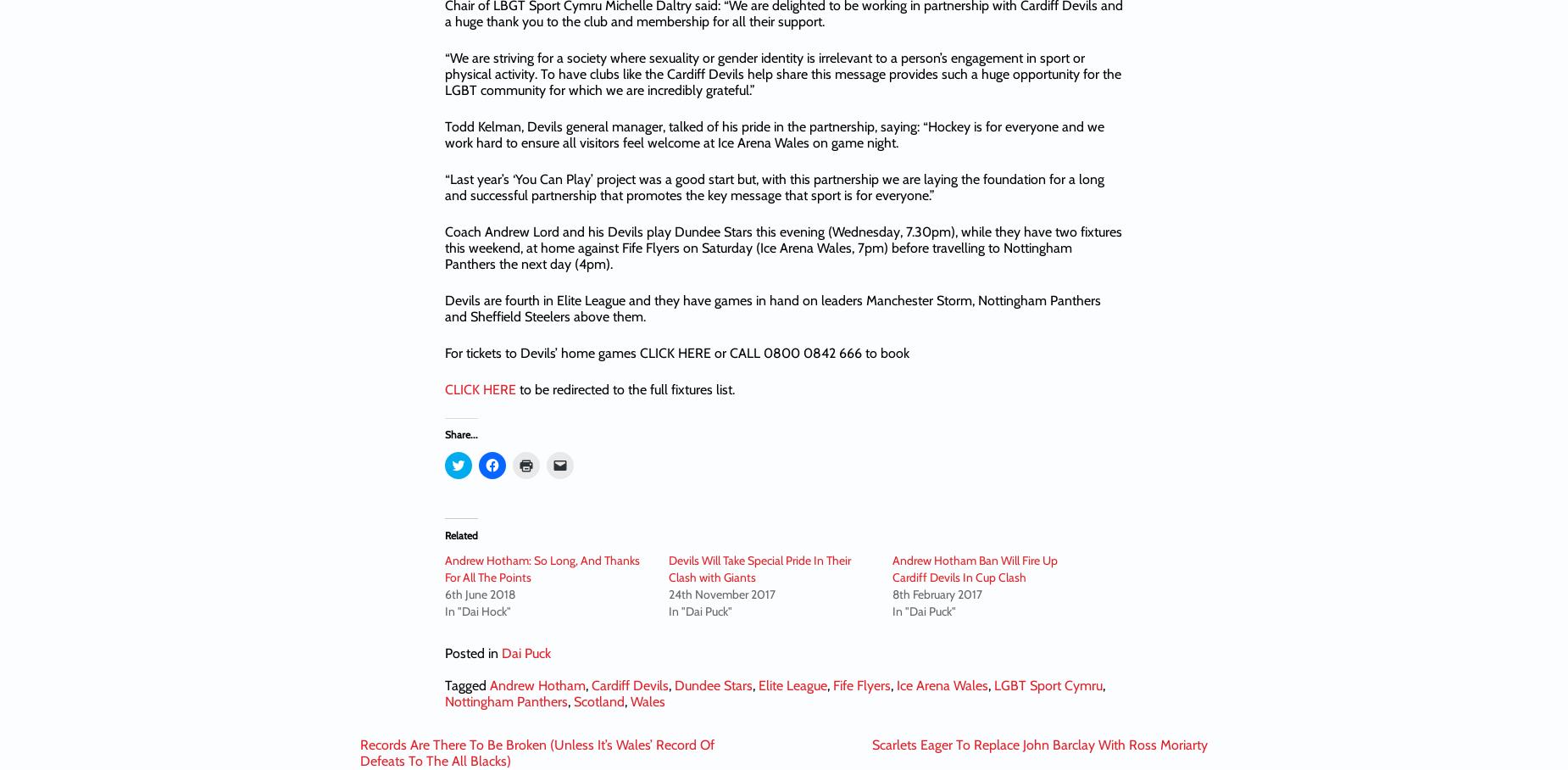 The height and width of the screenshot is (770, 1568). Describe the element at coordinates (481, 388) in the screenshot. I see `'CLICK HERE'` at that location.